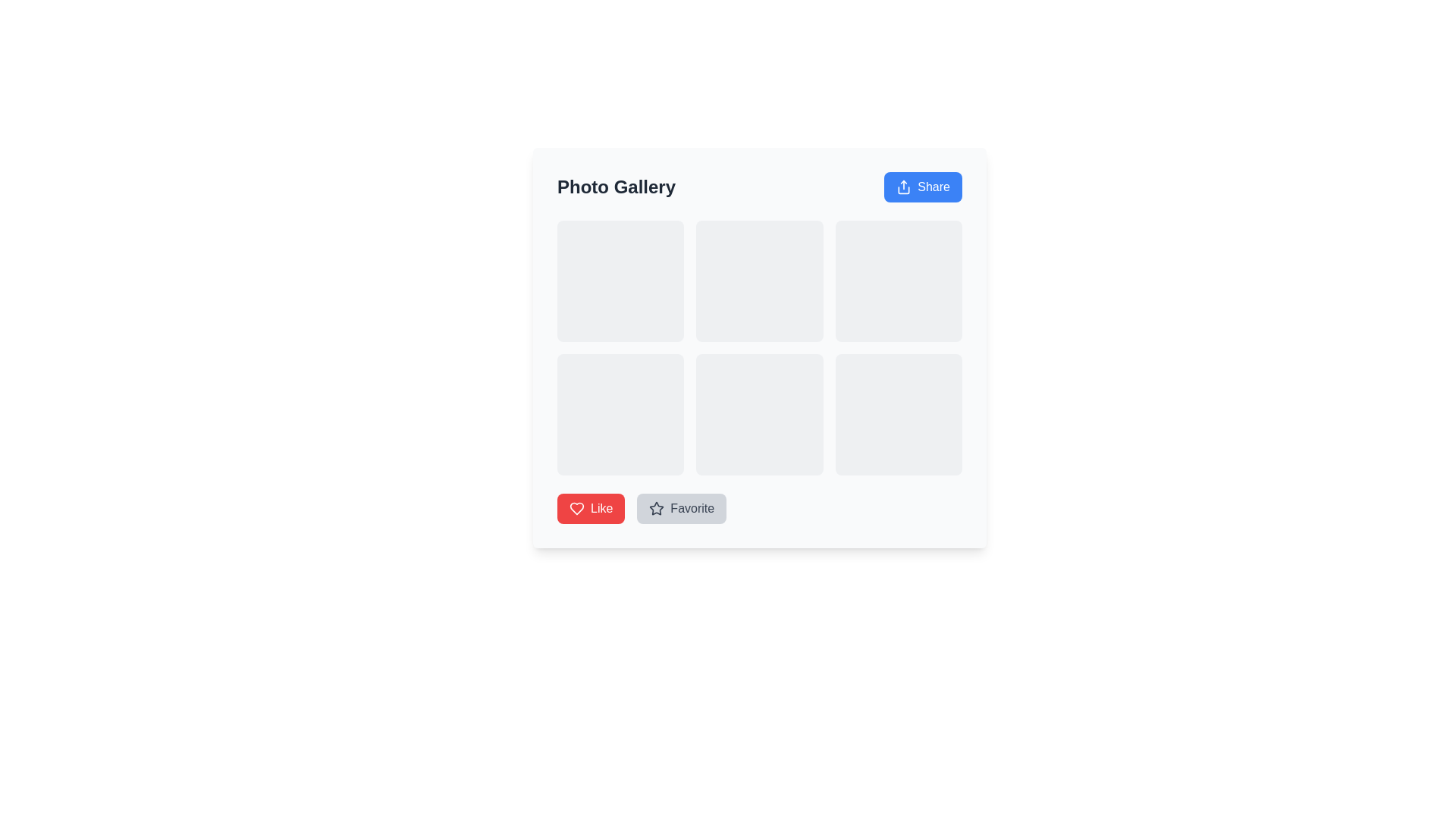  Describe the element at coordinates (681, 509) in the screenshot. I see `the favorite button located at the bottom-center area of the interface, which is the second button in a horizontal grouping of two elements, to trigger the hover effect` at that location.